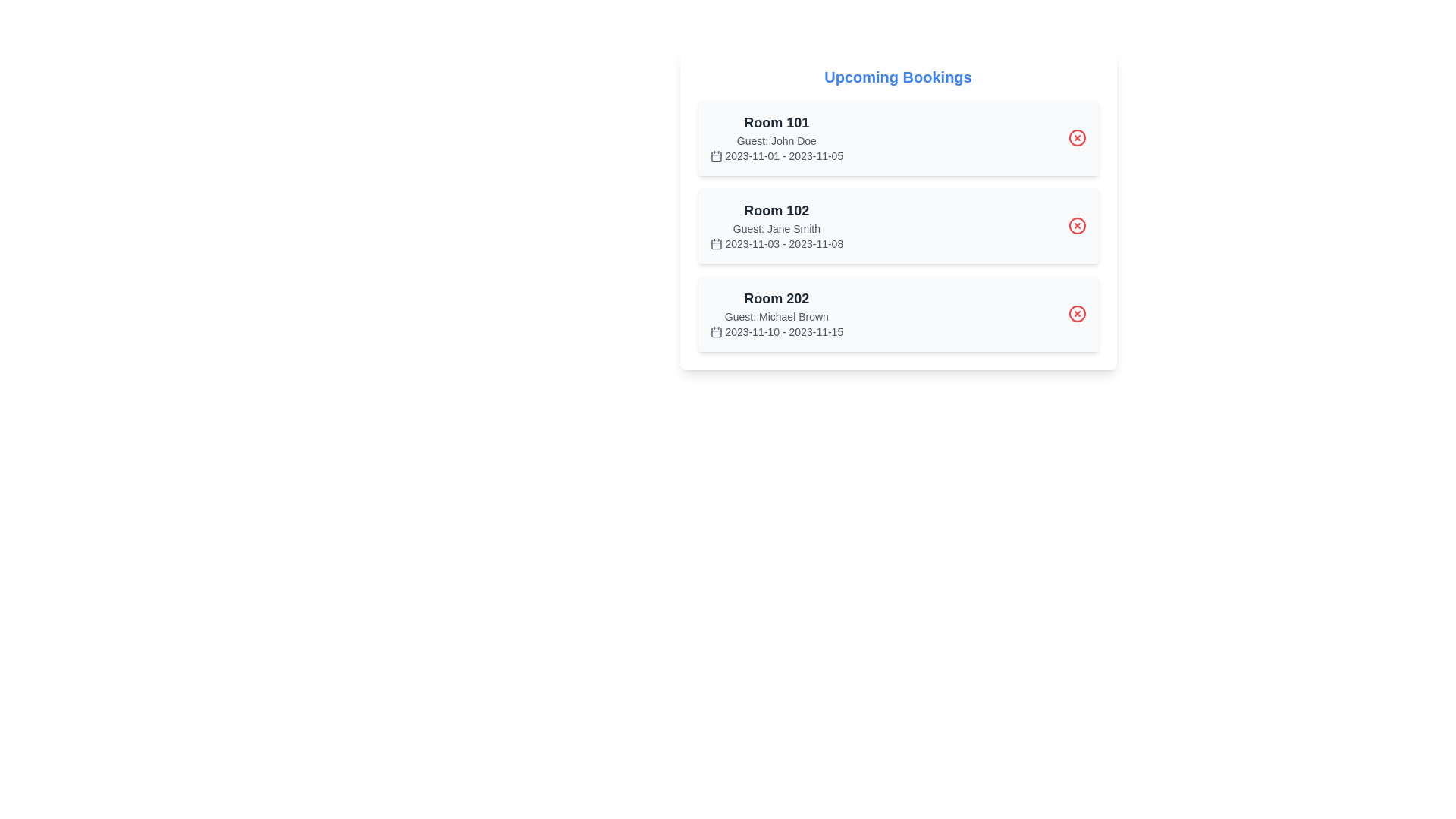  Describe the element at coordinates (1076, 137) in the screenshot. I see `the interactive icon at the top-right corner of the booking for 'Room 101'` at that location.